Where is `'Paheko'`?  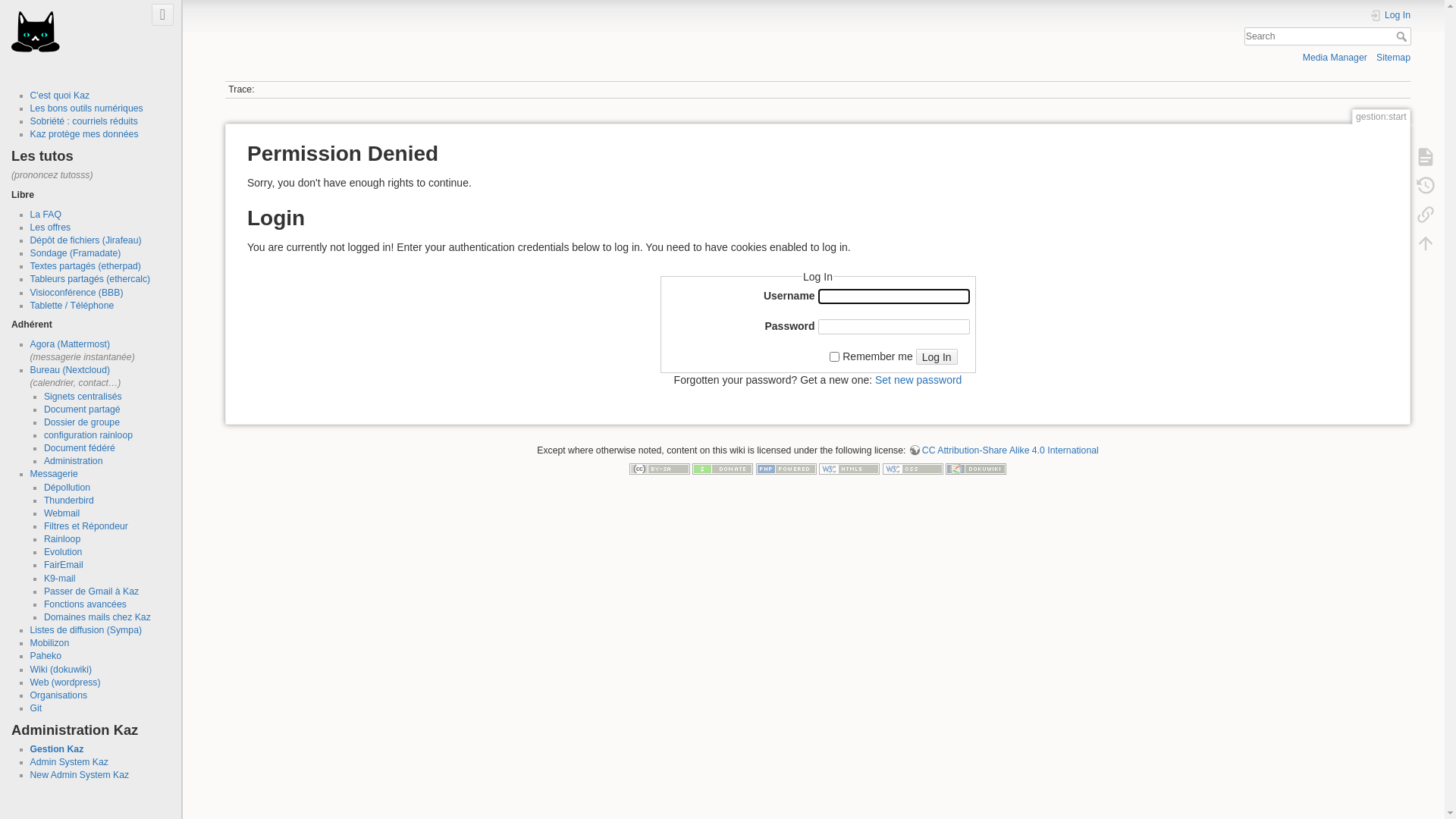
'Paheko' is located at coordinates (46, 654).